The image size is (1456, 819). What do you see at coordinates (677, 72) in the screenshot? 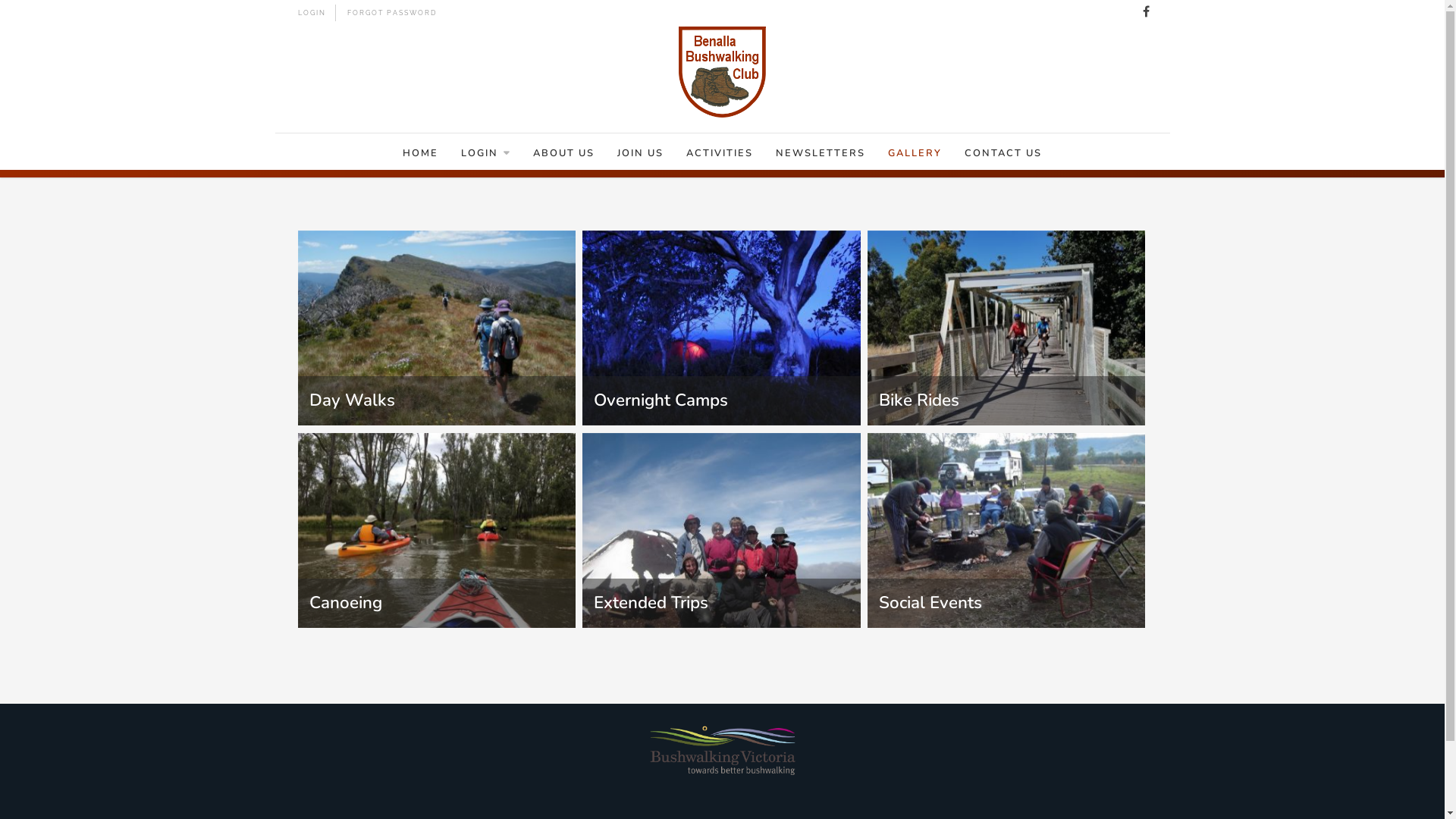
I see `'Benalla Bushwalking Club'` at bounding box center [677, 72].